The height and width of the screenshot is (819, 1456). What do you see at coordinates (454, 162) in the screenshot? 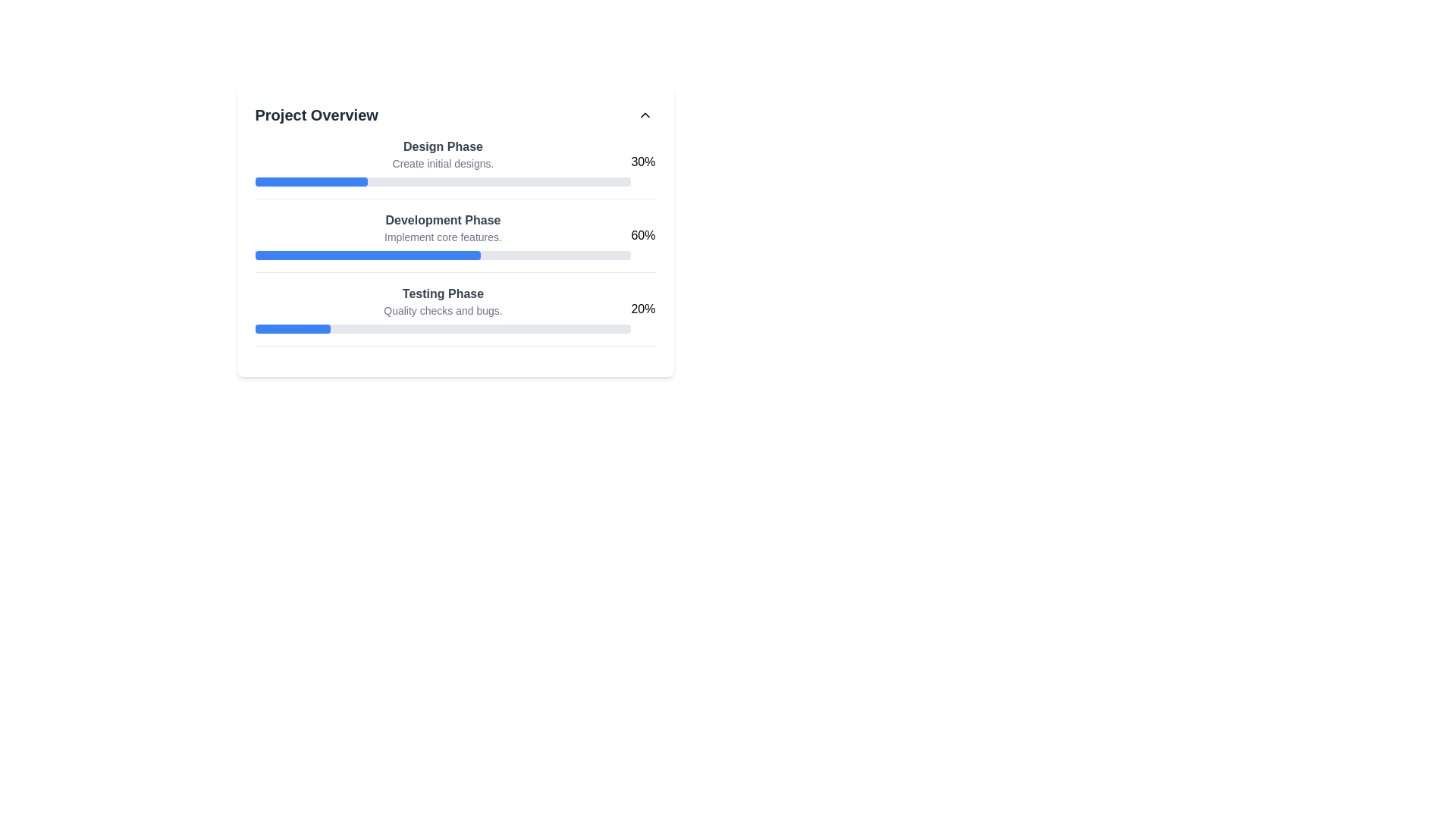
I see `the 'Design Phase' progress bar header text` at bounding box center [454, 162].